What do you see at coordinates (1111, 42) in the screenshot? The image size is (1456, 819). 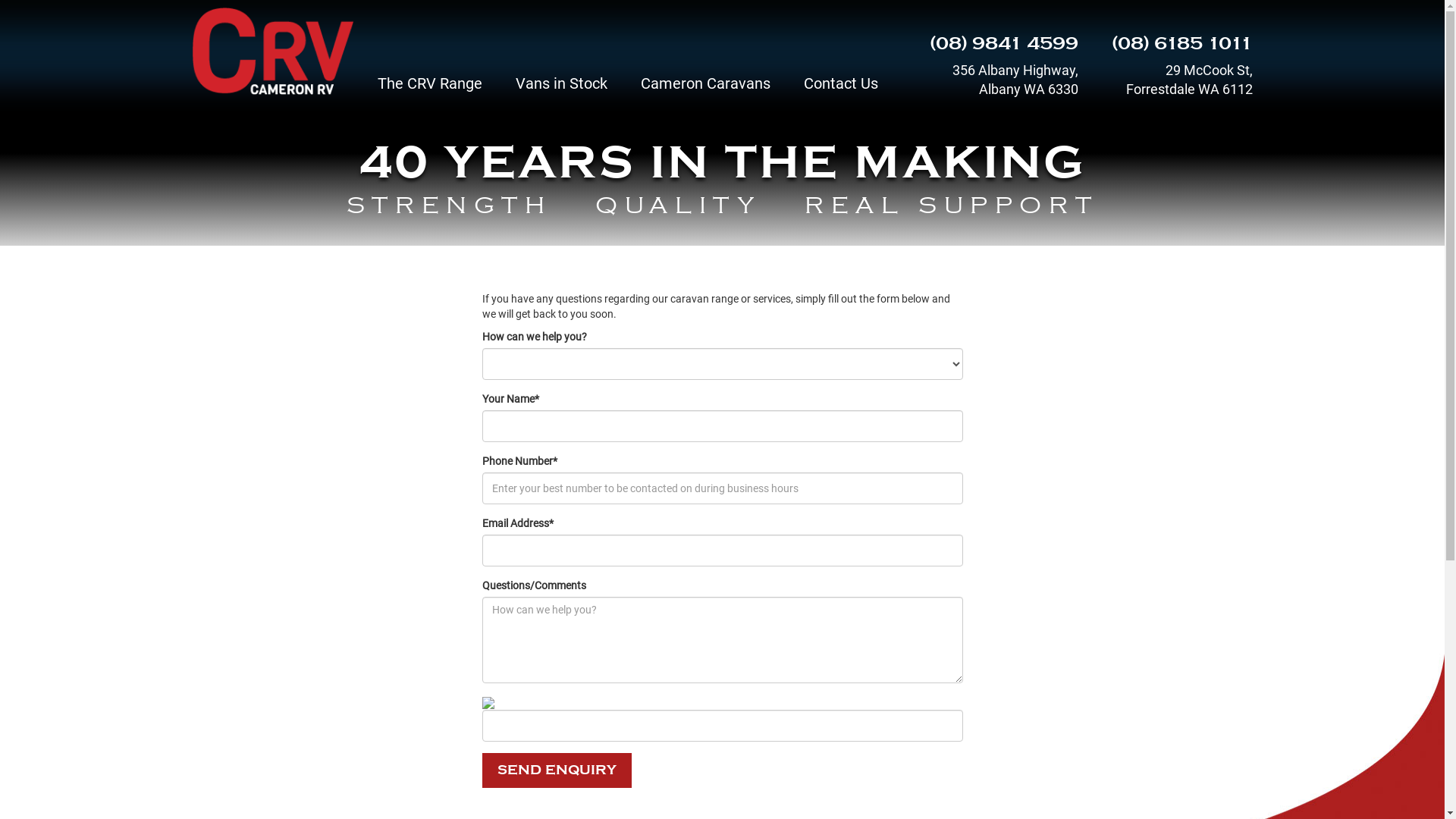 I see `'(08) 6185 1011'` at bounding box center [1111, 42].